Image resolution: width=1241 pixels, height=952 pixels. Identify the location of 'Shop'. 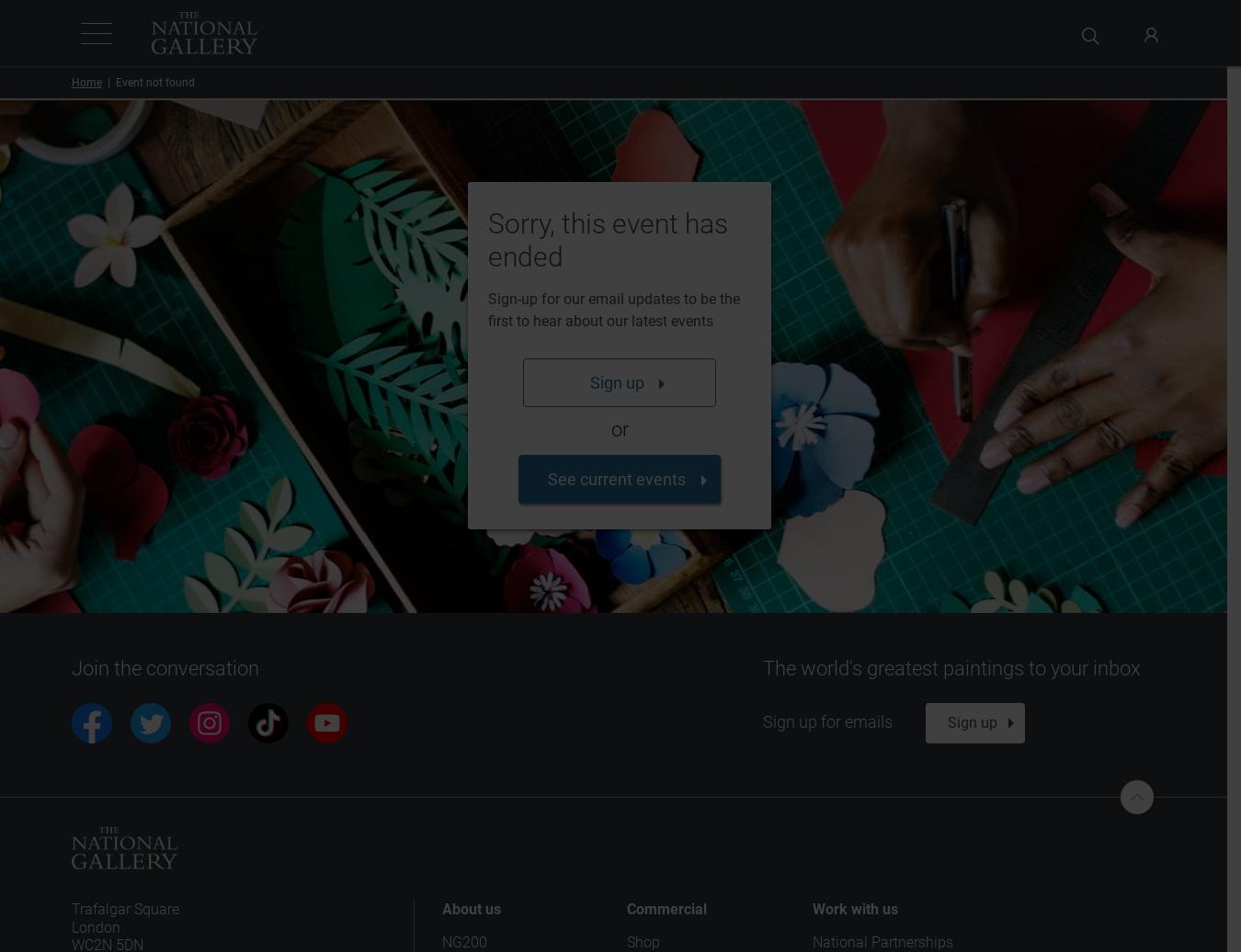
(642, 941).